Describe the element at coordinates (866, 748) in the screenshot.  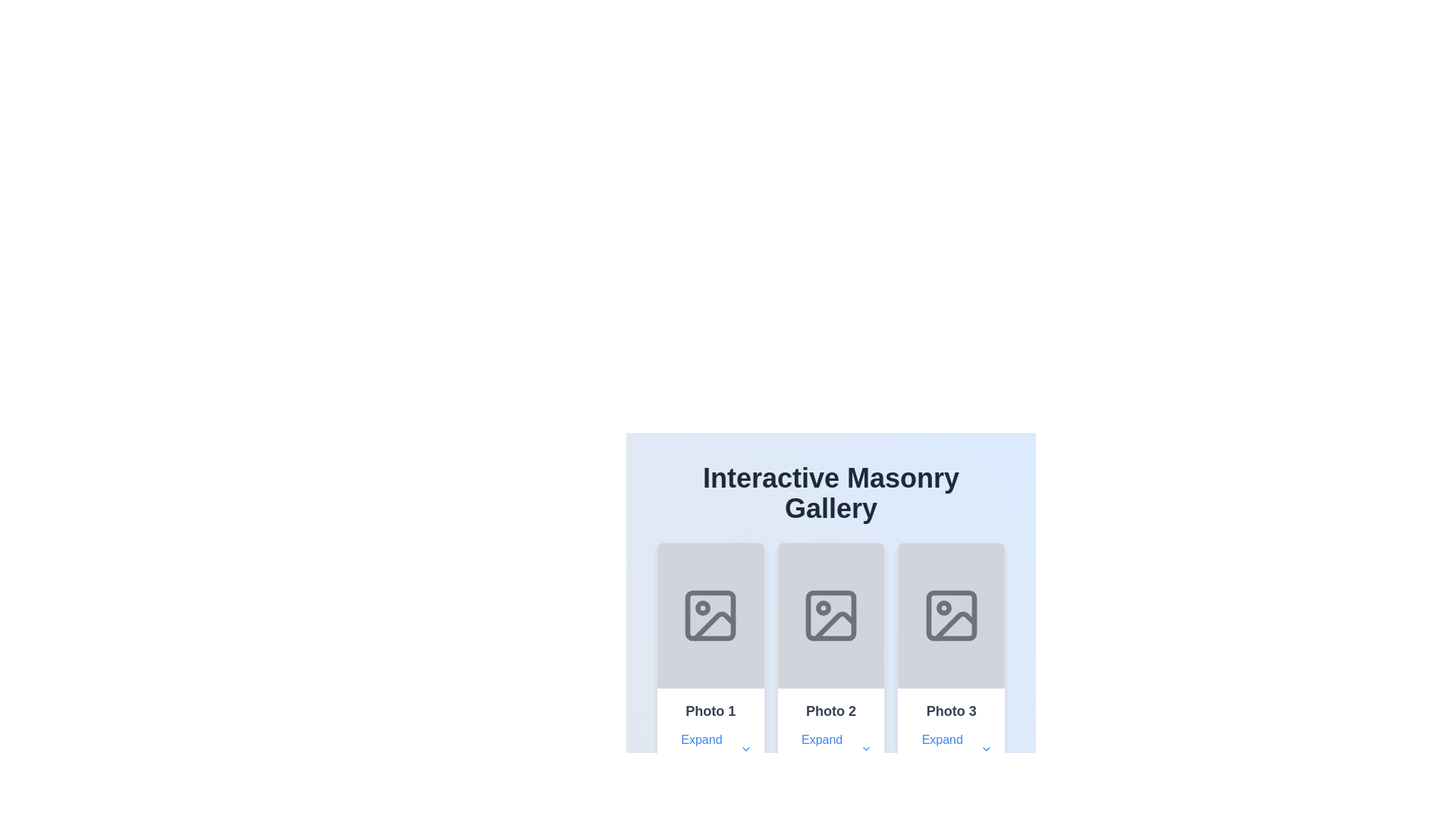
I see `the downward-facing chevron icon in the 'Expand Details' section associated with the second photo` at that location.